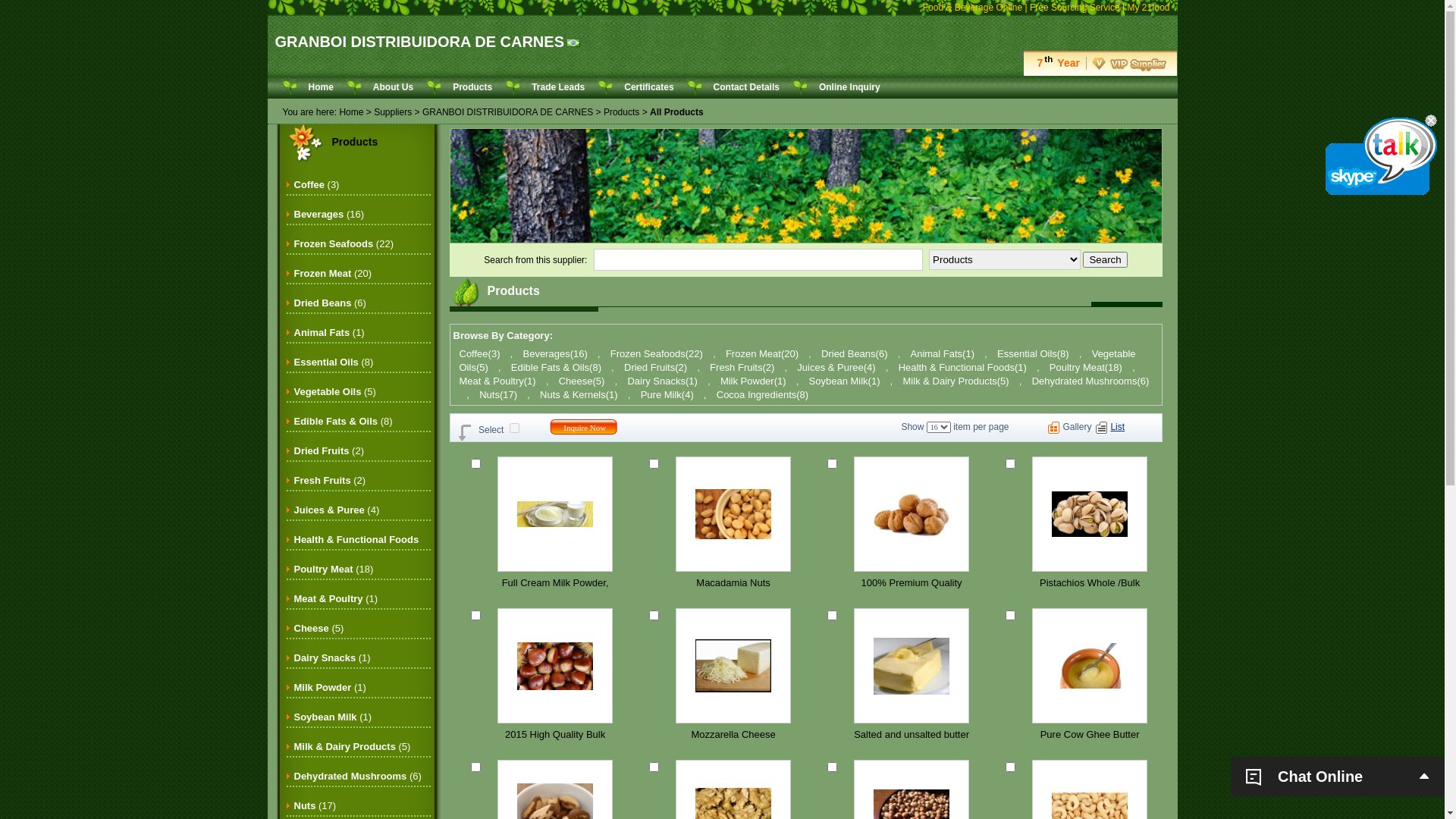 The width and height of the screenshot is (1456, 819). Describe the element at coordinates (315, 184) in the screenshot. I see `'Coffee (3)'` at that location.